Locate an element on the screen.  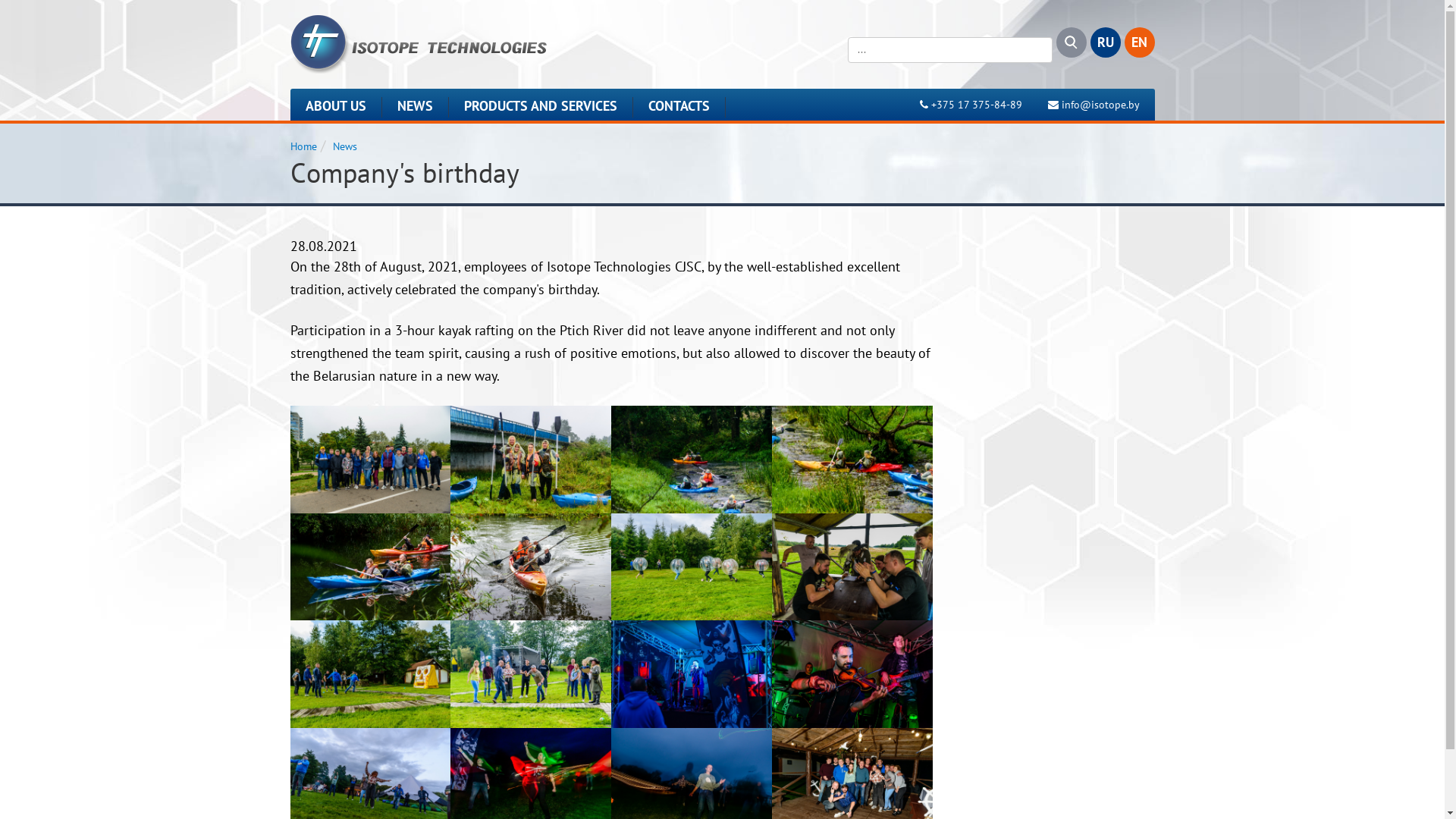
'EN' is located at coordinates (1139, 42).